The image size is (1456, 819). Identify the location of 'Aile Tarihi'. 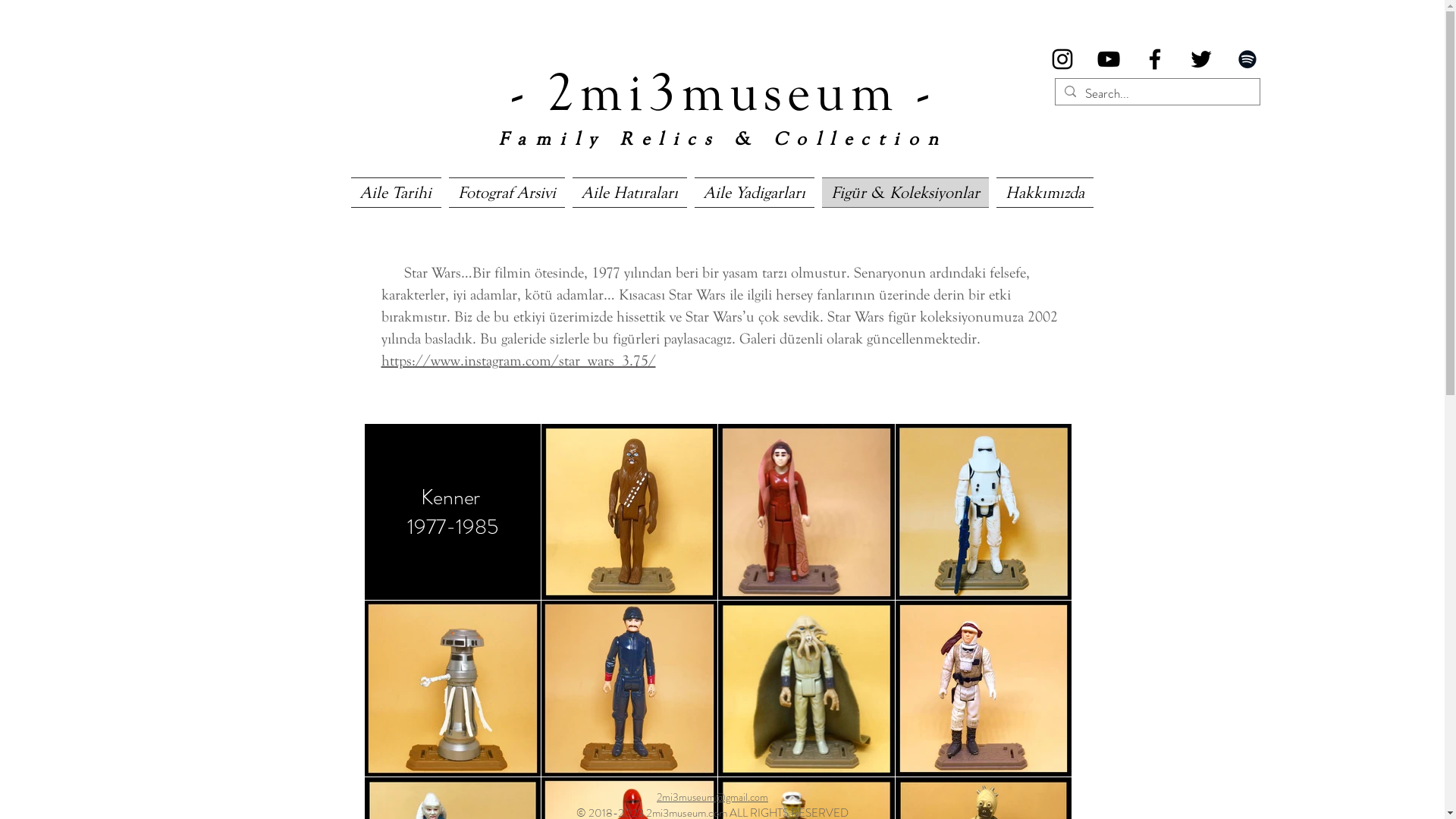
(397, 192).